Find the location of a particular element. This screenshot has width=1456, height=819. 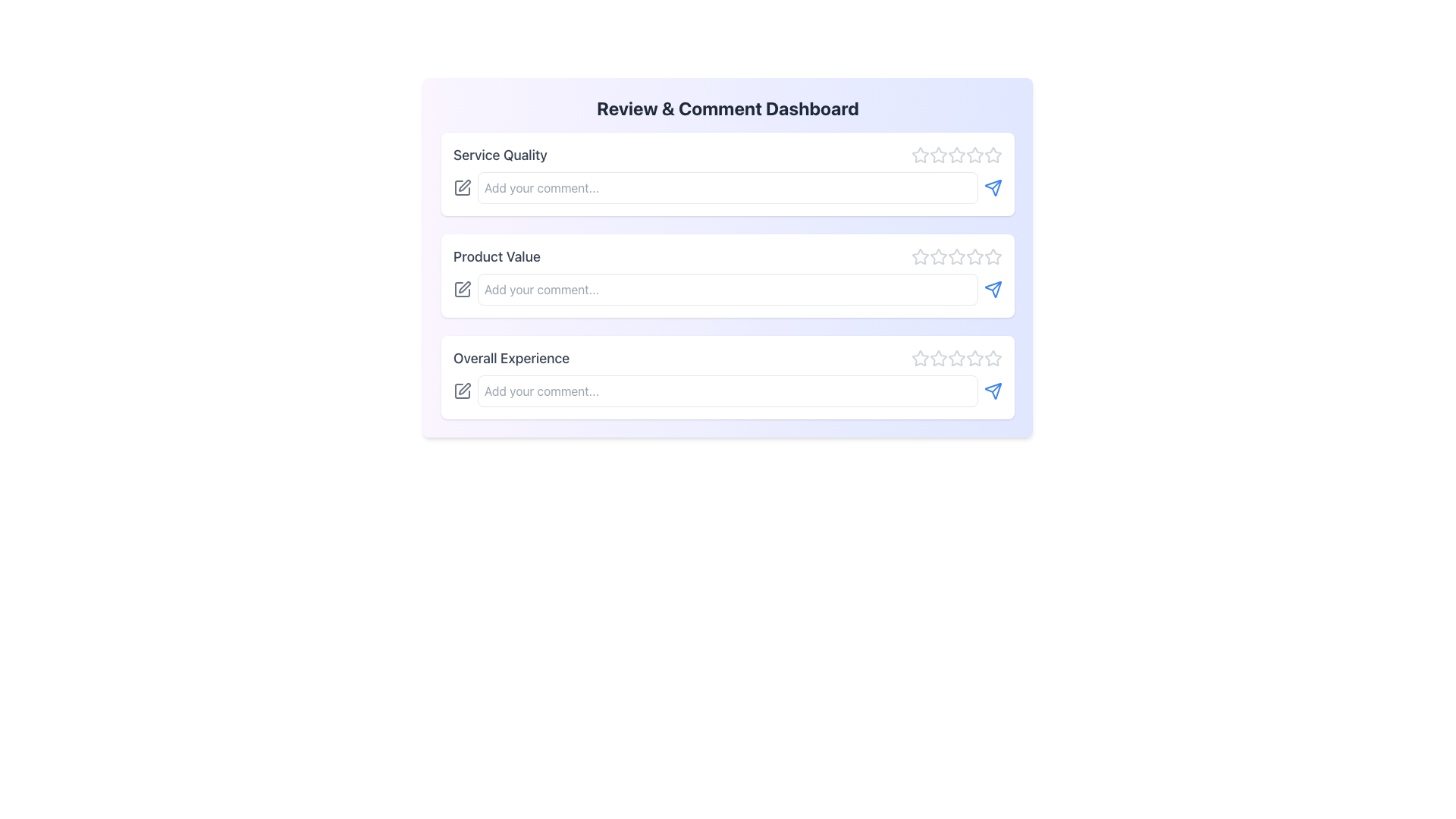

the third star is located at coordinates (956, 256).